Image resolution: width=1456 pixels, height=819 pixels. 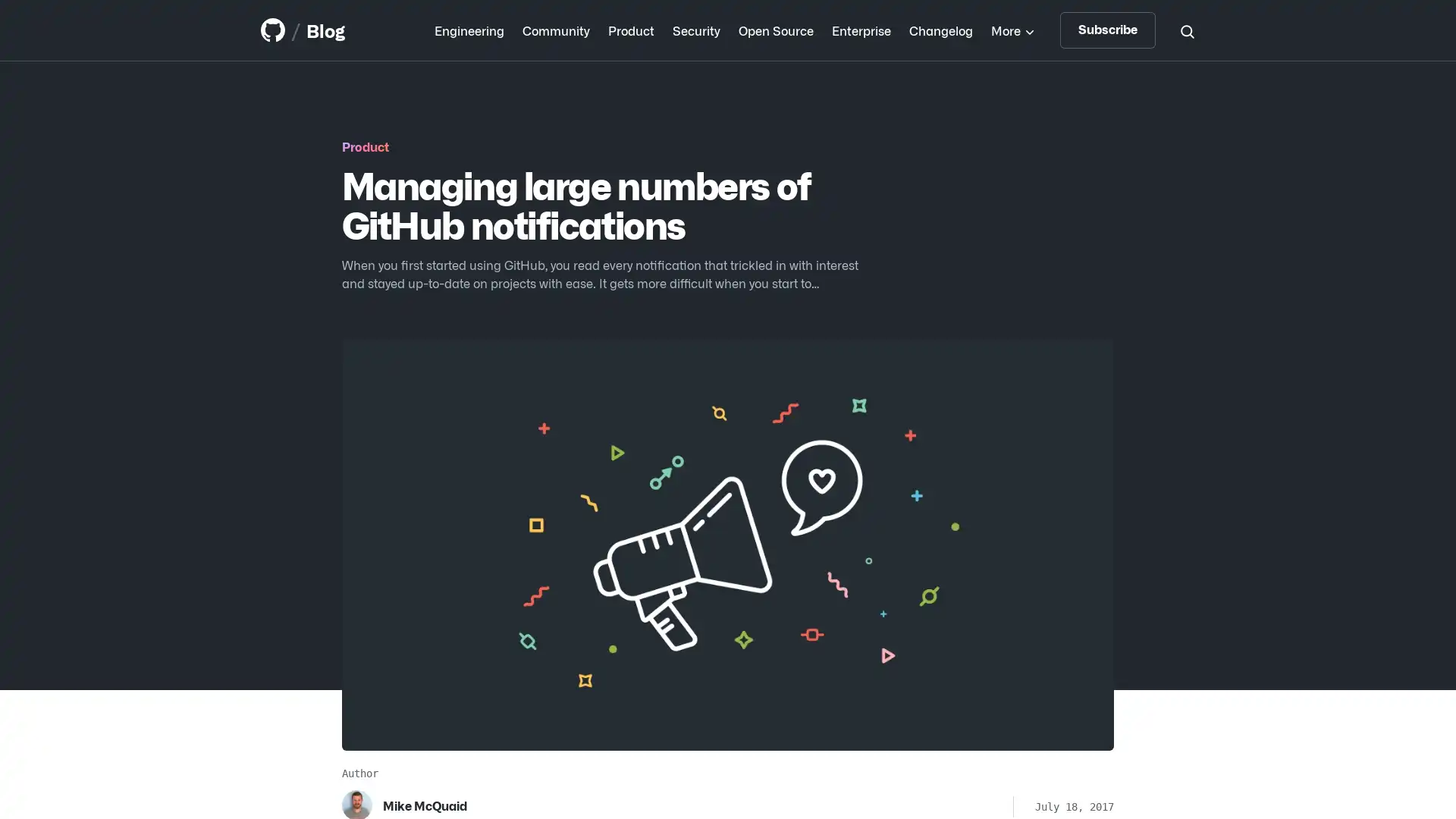 What do you see at coordinates (1013, 29) in the screenshot?
I see `More` at bounding box center [1013, 29].